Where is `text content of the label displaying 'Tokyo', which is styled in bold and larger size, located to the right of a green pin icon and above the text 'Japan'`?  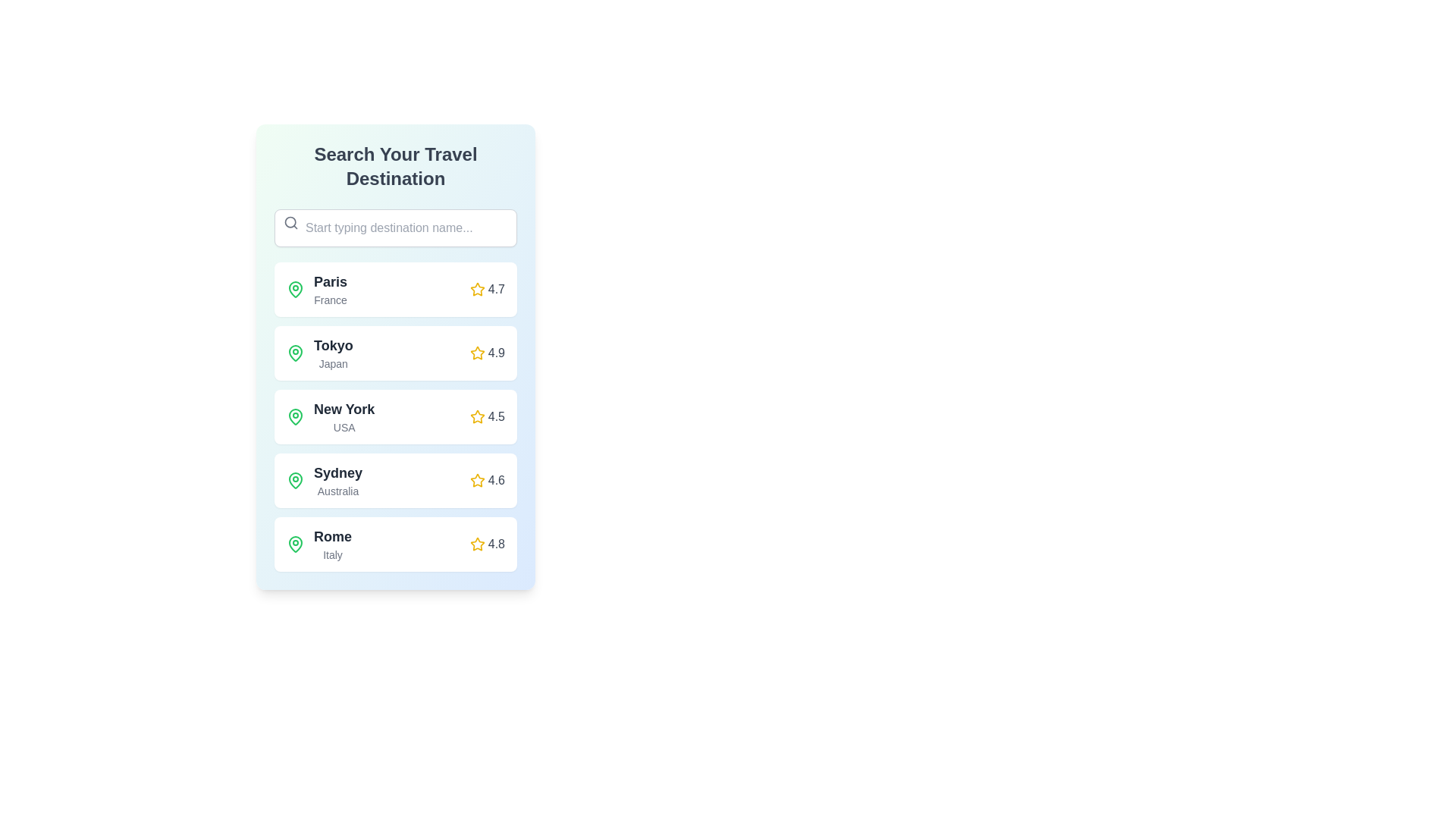 text content of the label displaying 'Tokyo', which is styled in bold and larger size, located to the right of a green pin icon and above the text 'Japan' is located at coordinates (332, 345).